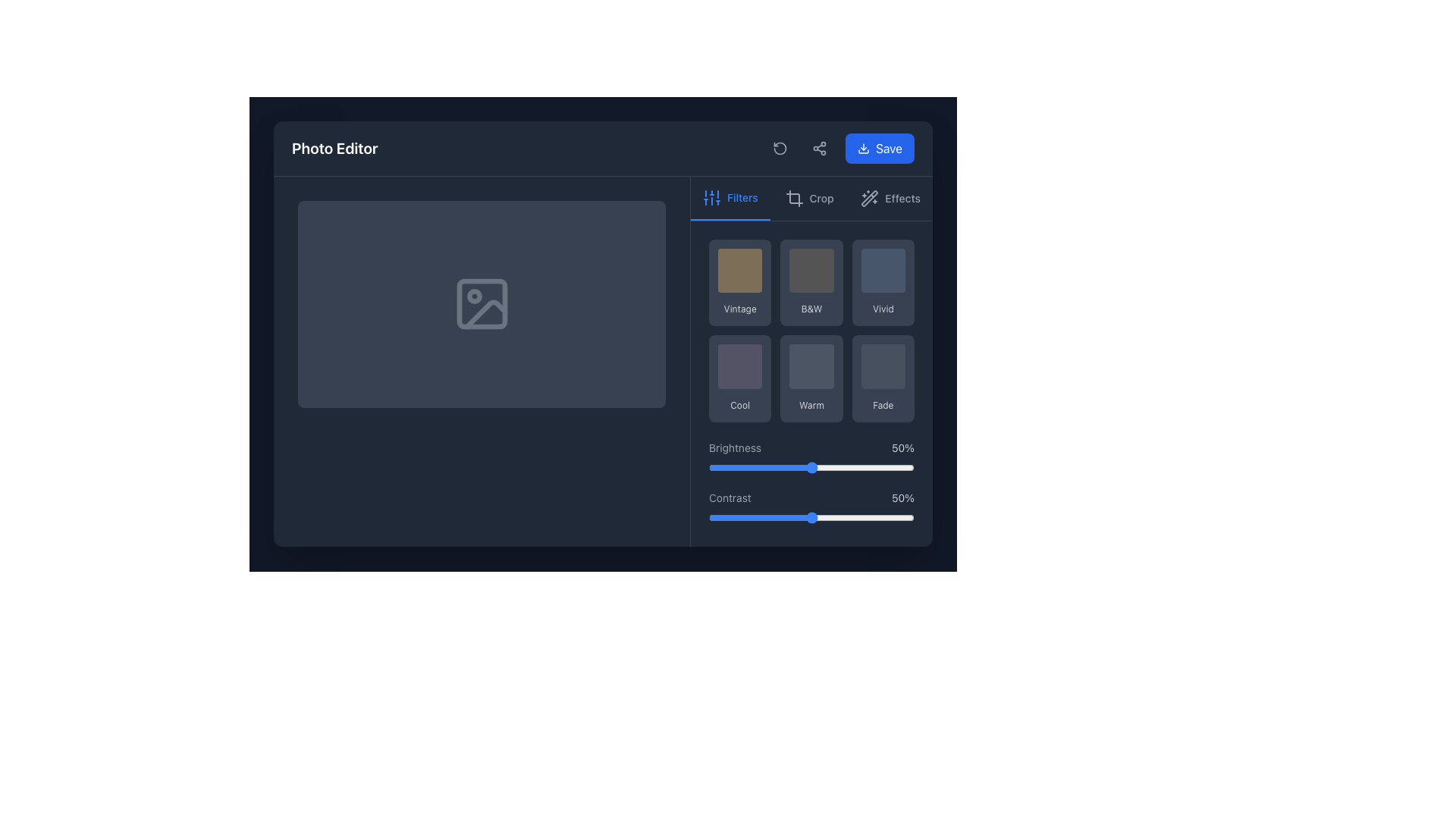 The width and height of the screenshot is (1456, 819). What do you see at coordinates (883, 378) in the screenshot?
I see `the 'Fade' filter button located in the bottom right corner of the Filters section to apply the Fade filter to the image being edited` at bounding box center [883, 378].